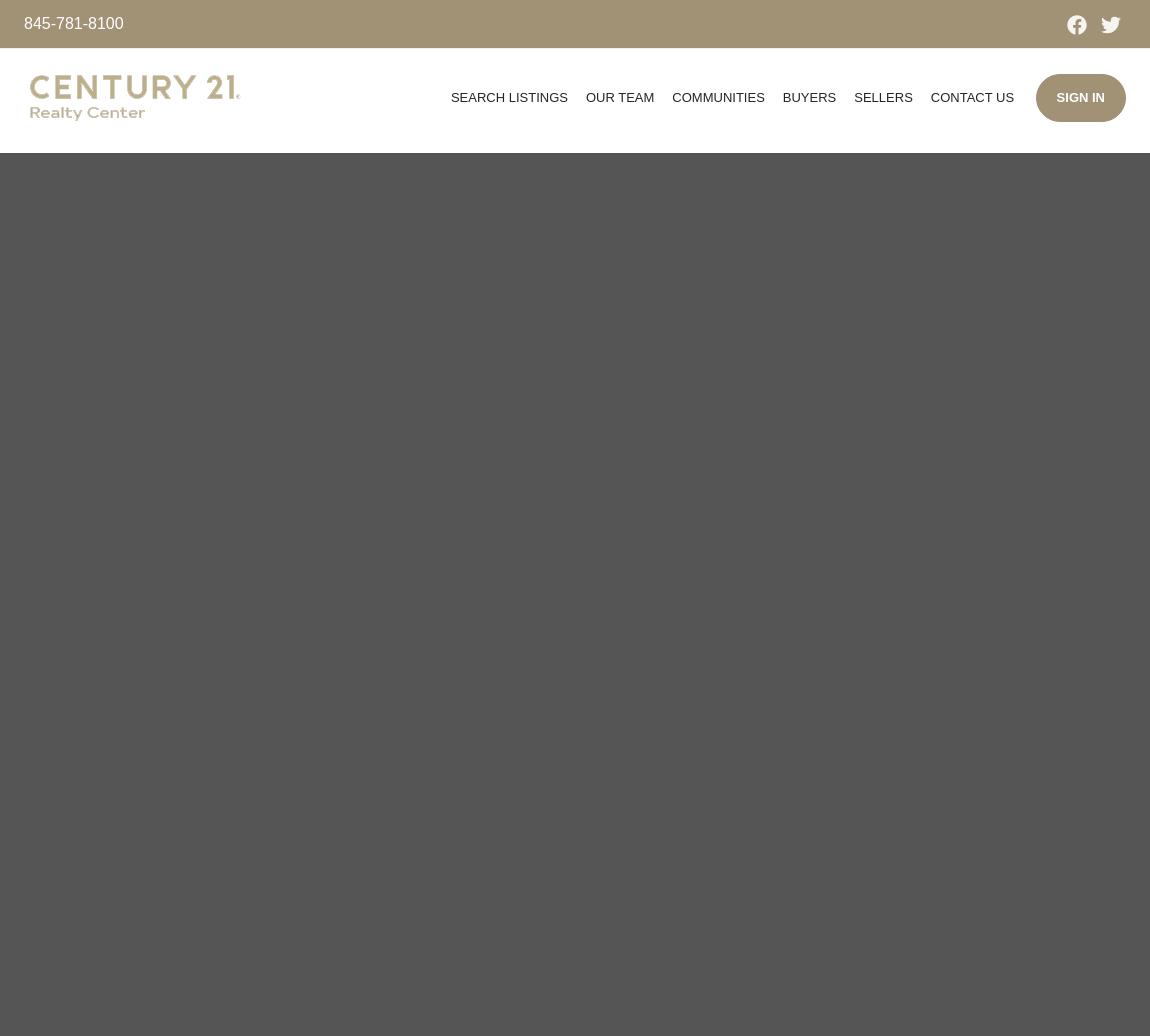 The image size is (1150, 1036). Describe the element at coordinates (882, 139) in the screenshot. I see `'Marketing Plan'` at that location.